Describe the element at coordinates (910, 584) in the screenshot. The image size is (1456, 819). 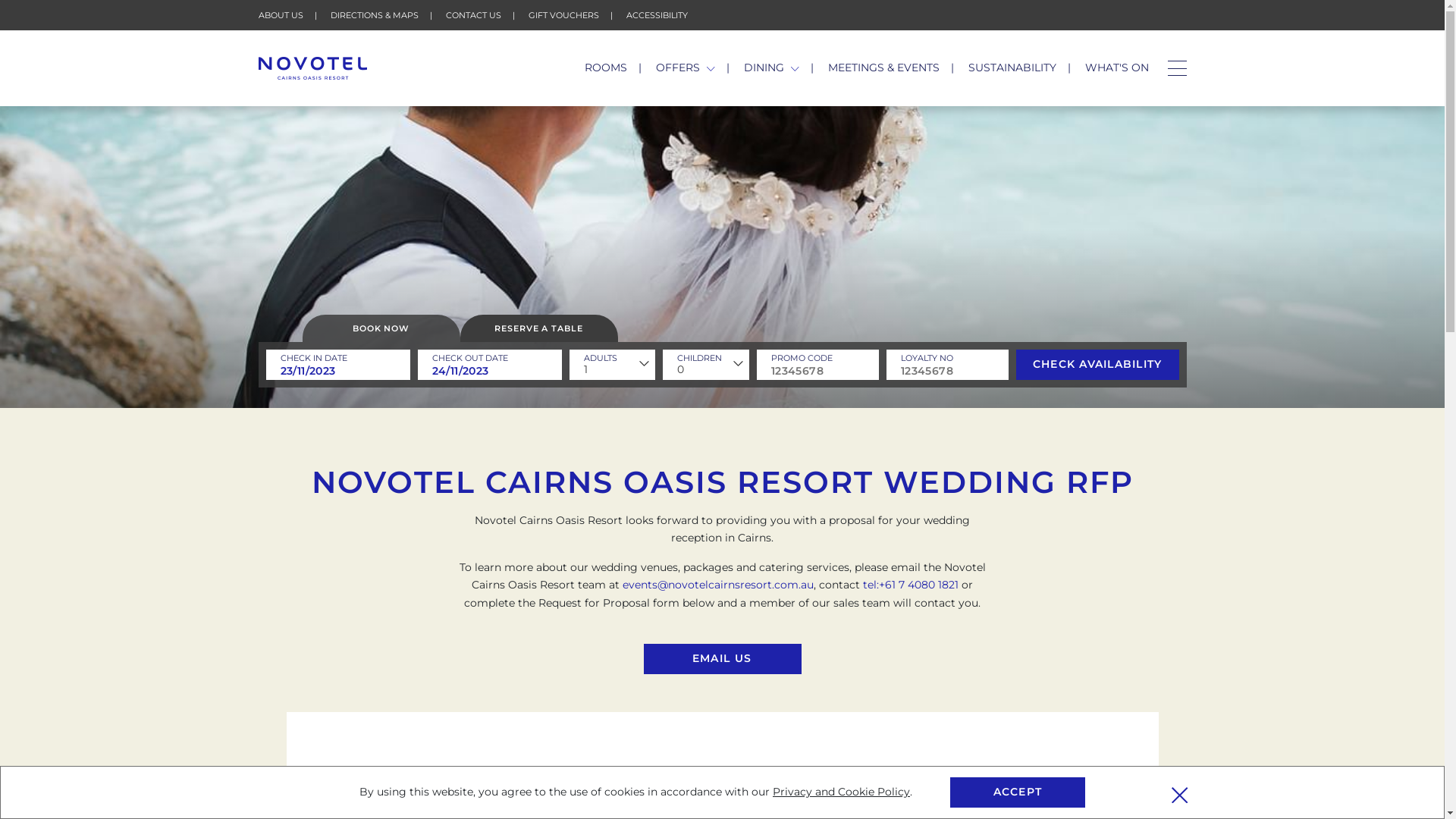
I see `'tel:+61 7 4080 1821'` at that location.